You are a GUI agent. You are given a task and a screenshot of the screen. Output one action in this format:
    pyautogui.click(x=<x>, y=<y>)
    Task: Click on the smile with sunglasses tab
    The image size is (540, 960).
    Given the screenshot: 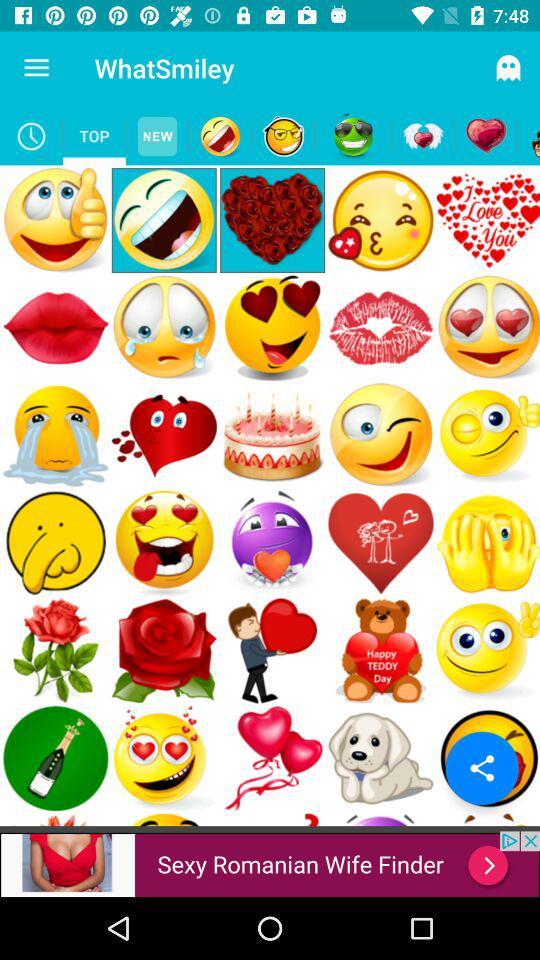 What is the action you would take?
    pyautogui.click(x=352, y=135)
    